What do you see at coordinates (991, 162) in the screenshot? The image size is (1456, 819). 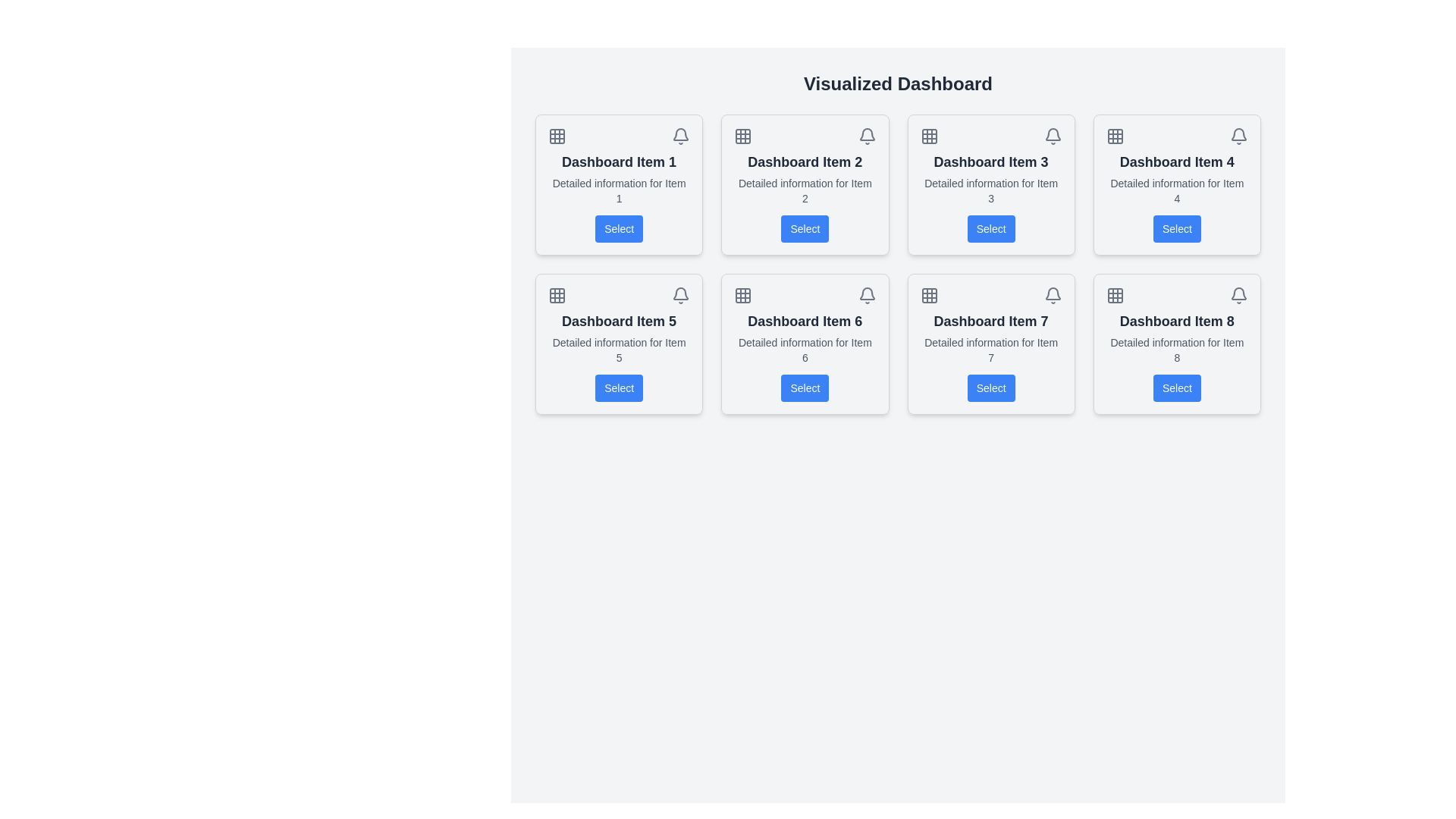 I see `the Text Label identifying 'Dashboard Item 3', which is located in the second row and second column of the dashboard card layout` at bounding box center [991, 162].